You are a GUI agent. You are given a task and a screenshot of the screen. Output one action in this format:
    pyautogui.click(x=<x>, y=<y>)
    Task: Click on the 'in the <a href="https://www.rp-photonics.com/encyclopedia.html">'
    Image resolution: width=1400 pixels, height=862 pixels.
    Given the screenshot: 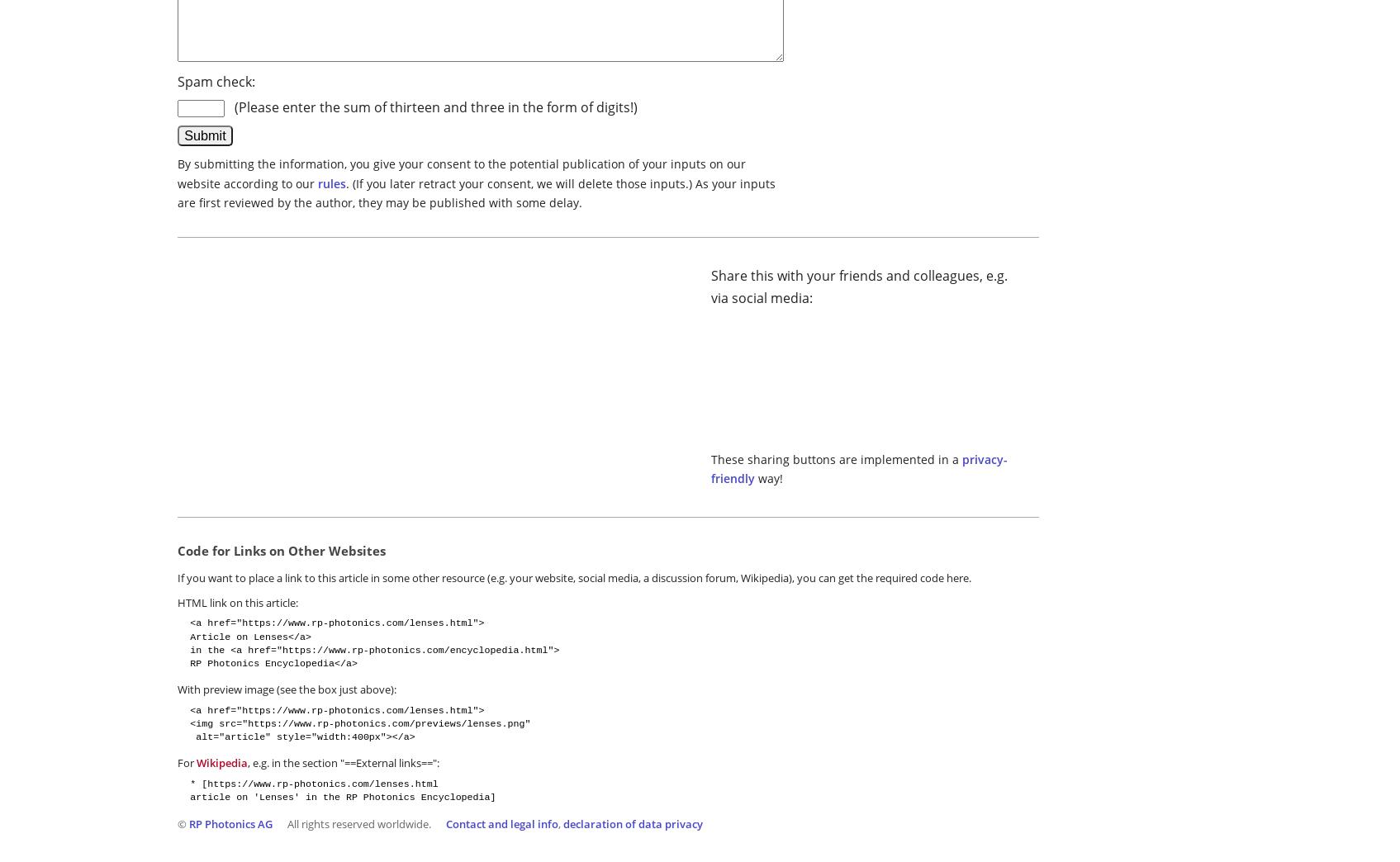 What is the action you would take?
    pyautogui.click(x=374, y=648)
    